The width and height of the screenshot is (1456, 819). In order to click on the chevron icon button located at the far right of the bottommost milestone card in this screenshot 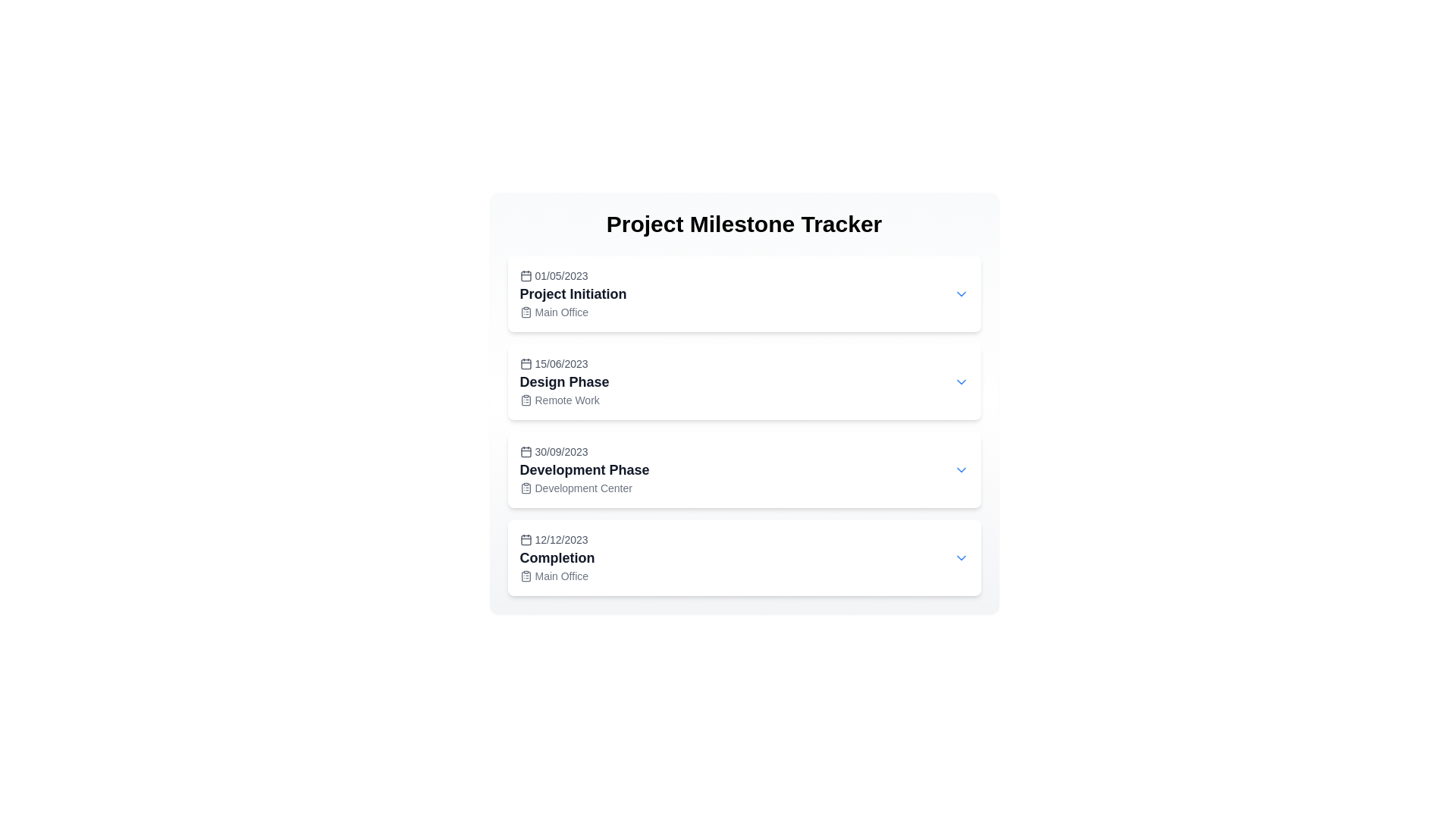, I will do `click(960, 558)`.